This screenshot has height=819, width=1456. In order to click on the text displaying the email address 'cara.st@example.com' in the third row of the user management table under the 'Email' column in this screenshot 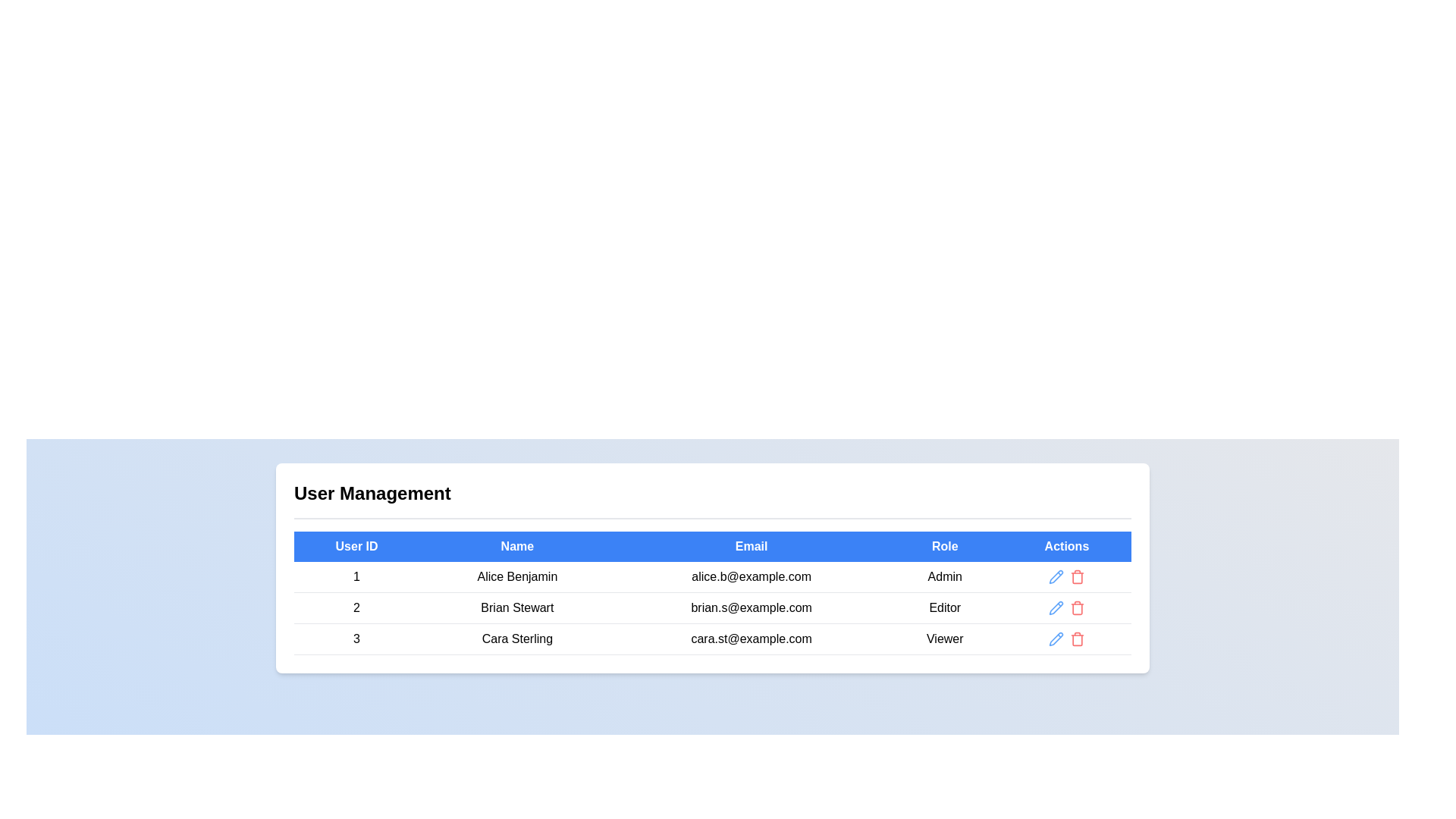, I will do `click(752, 639)`.